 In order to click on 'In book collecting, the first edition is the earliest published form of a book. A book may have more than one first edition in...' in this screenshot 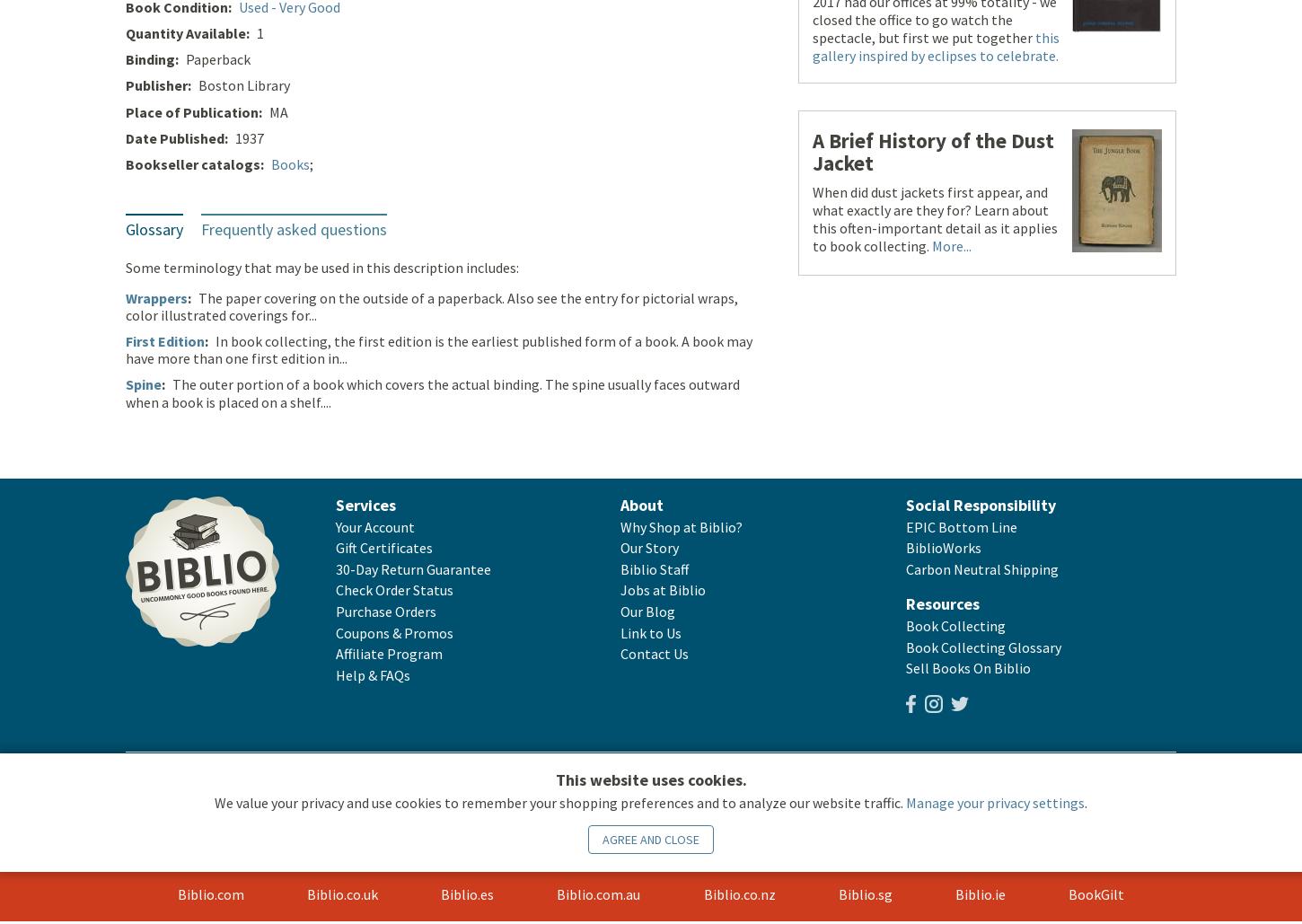, I will do `click(438, 350)`.